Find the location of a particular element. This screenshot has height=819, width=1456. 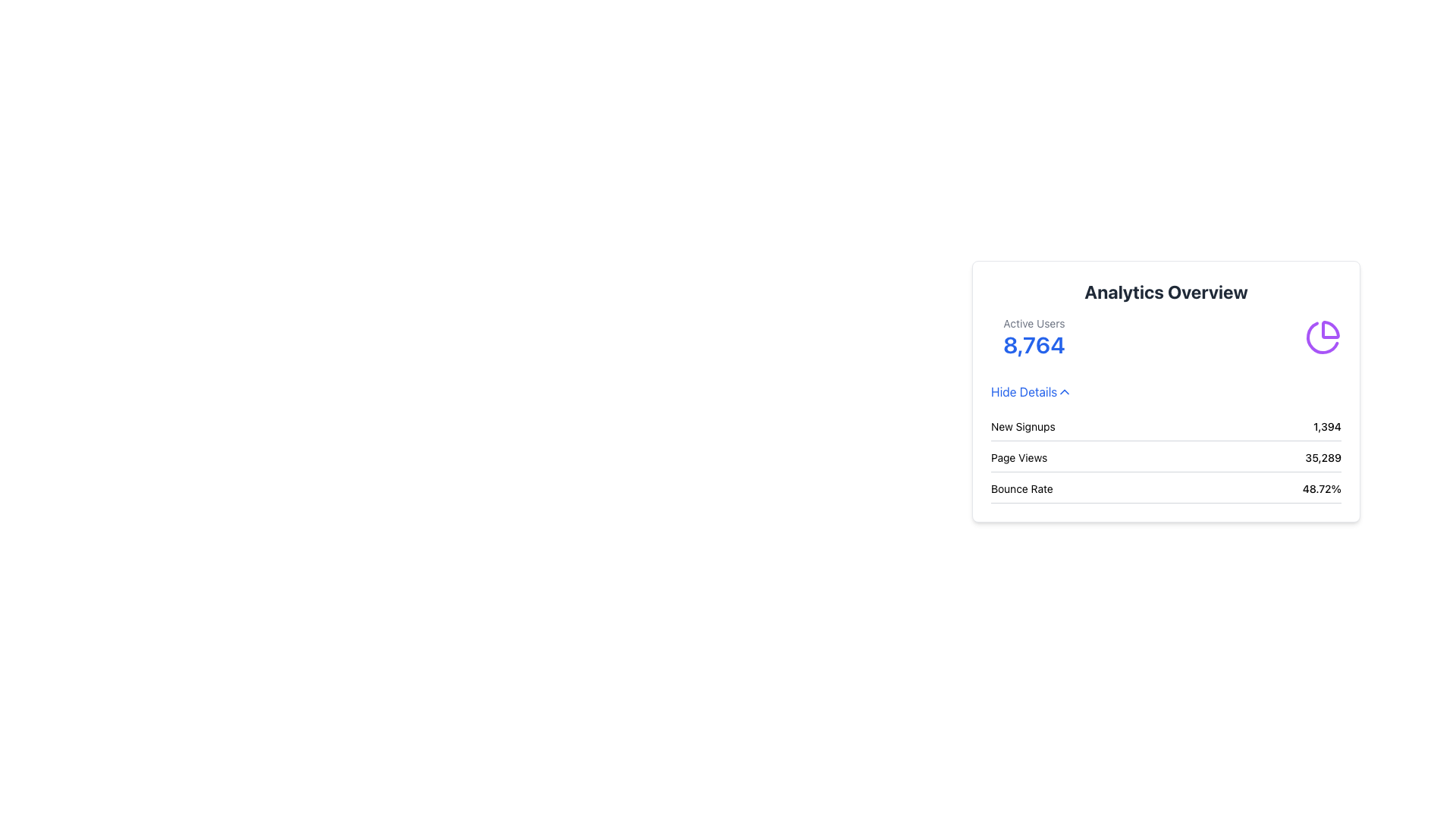

the label located at the bottom left of the 'Analytics Overview' card that describes the adjacent percentage value is located at coordinates (1021, 488).